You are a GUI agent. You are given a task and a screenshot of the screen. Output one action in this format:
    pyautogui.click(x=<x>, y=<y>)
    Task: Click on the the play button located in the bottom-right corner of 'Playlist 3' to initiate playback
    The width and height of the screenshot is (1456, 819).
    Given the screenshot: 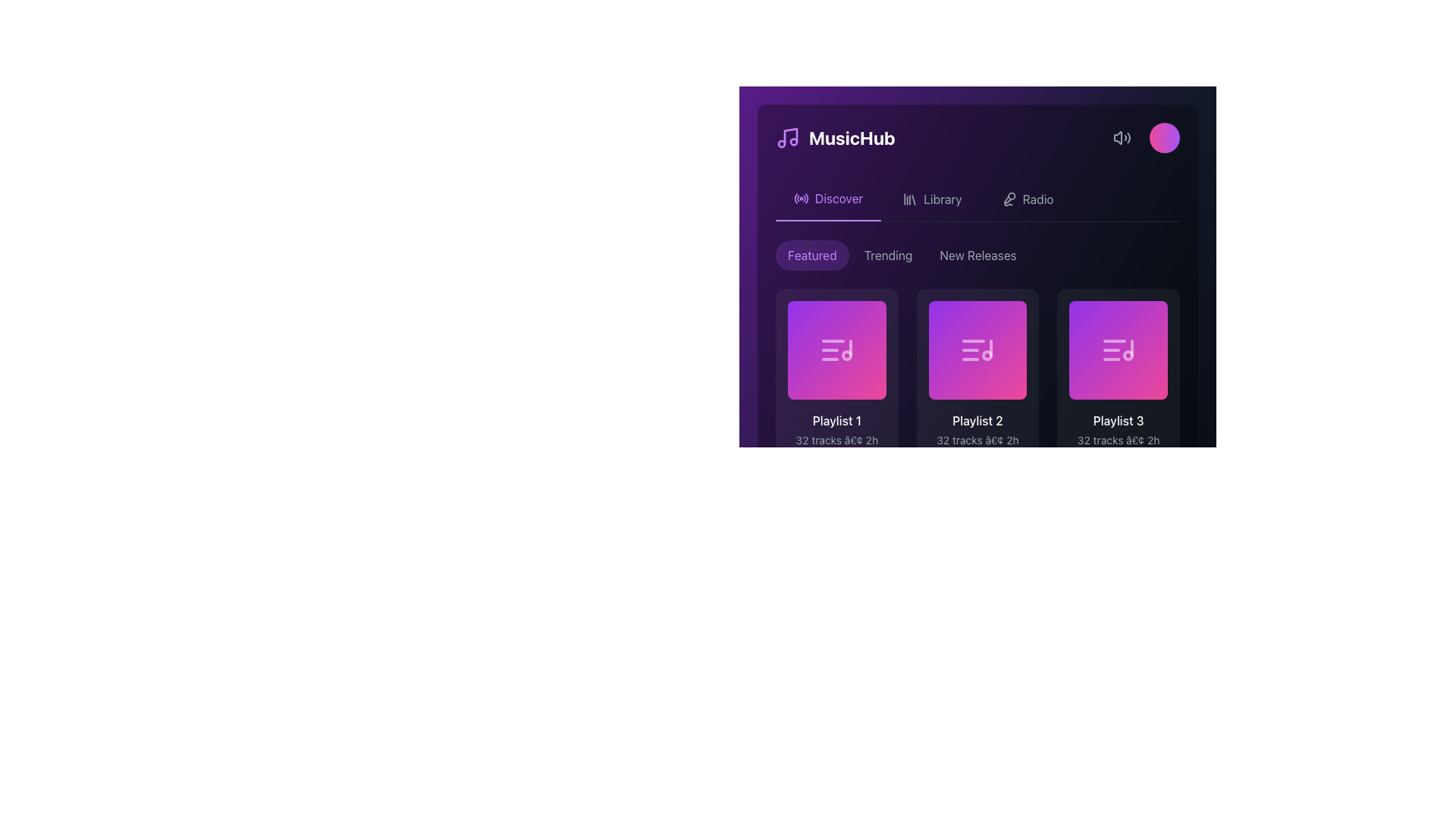 What is the action you would take?
    pyautogui.click(x=1137, y=362)
    